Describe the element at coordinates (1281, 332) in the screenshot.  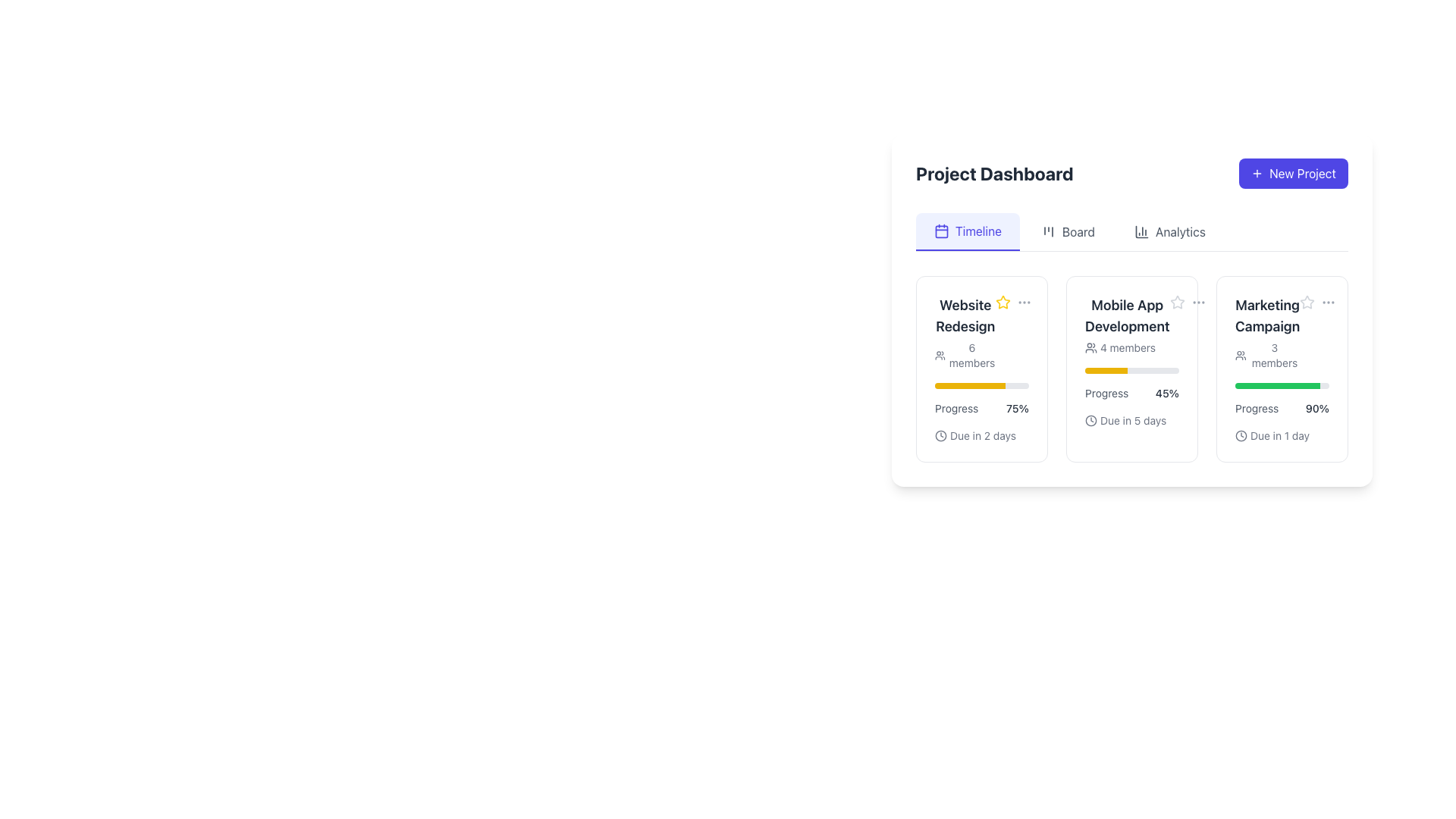
I see `information displayed in the text and icon combination that shows the title of the marketing campaign and the number of members associated with it, located in the topmost section of the 'Marketing Campaign' card in the Project Dashboard` at that location.